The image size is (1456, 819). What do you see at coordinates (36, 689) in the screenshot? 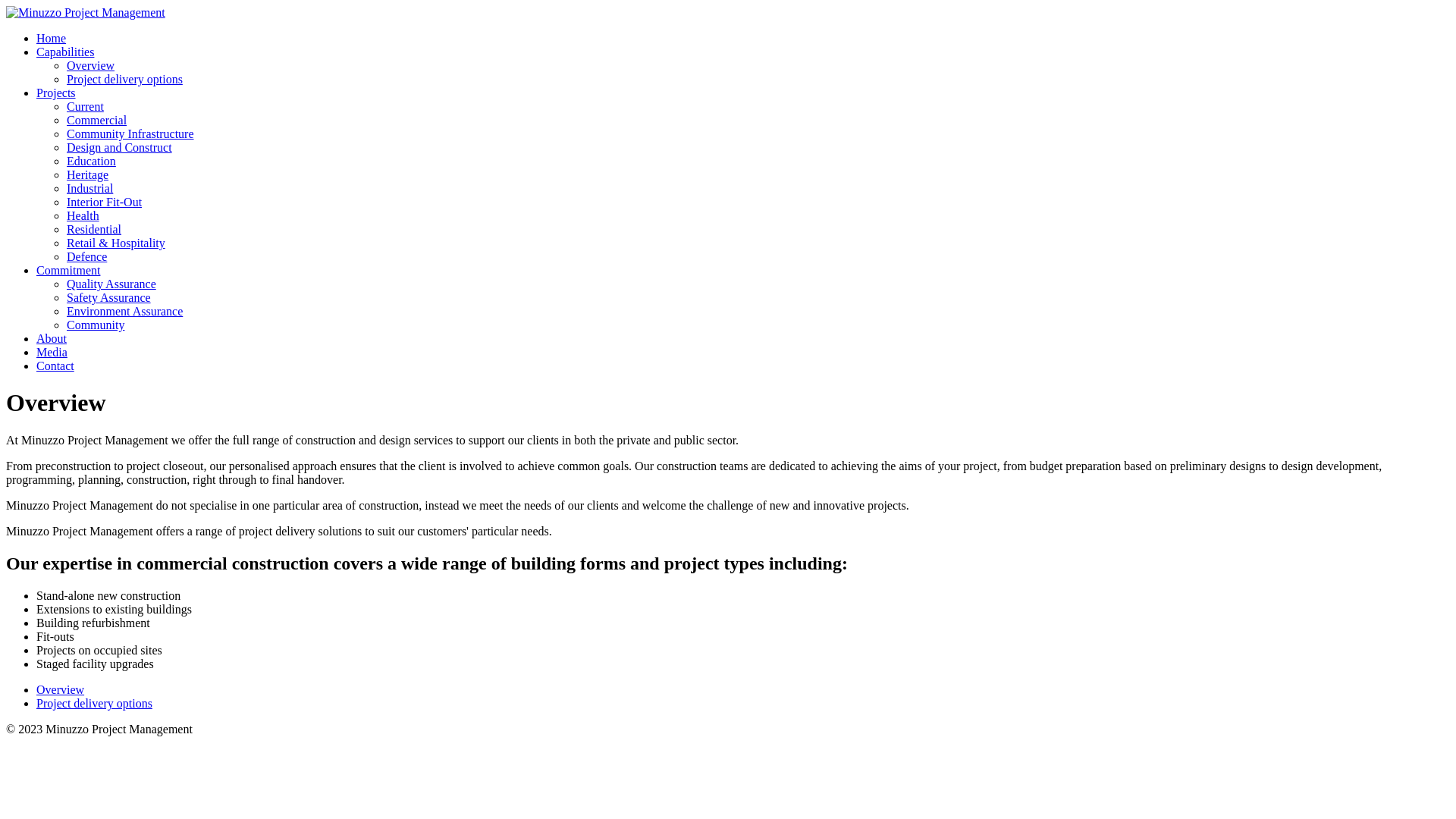
I see `'Overview'` at bounding box center [36, 689].